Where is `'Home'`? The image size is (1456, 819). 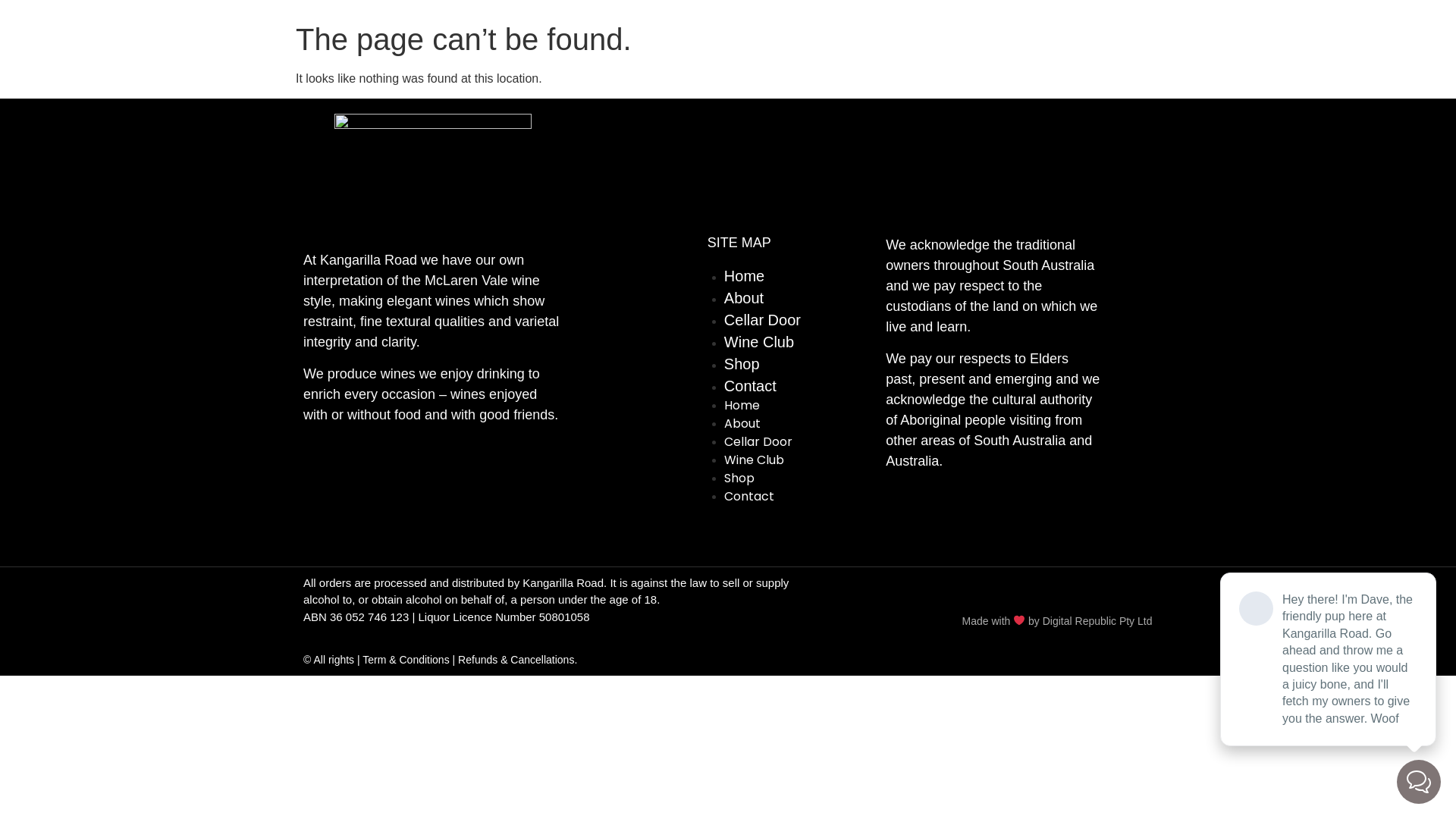
'Home' is located at coordinates (723, 275).